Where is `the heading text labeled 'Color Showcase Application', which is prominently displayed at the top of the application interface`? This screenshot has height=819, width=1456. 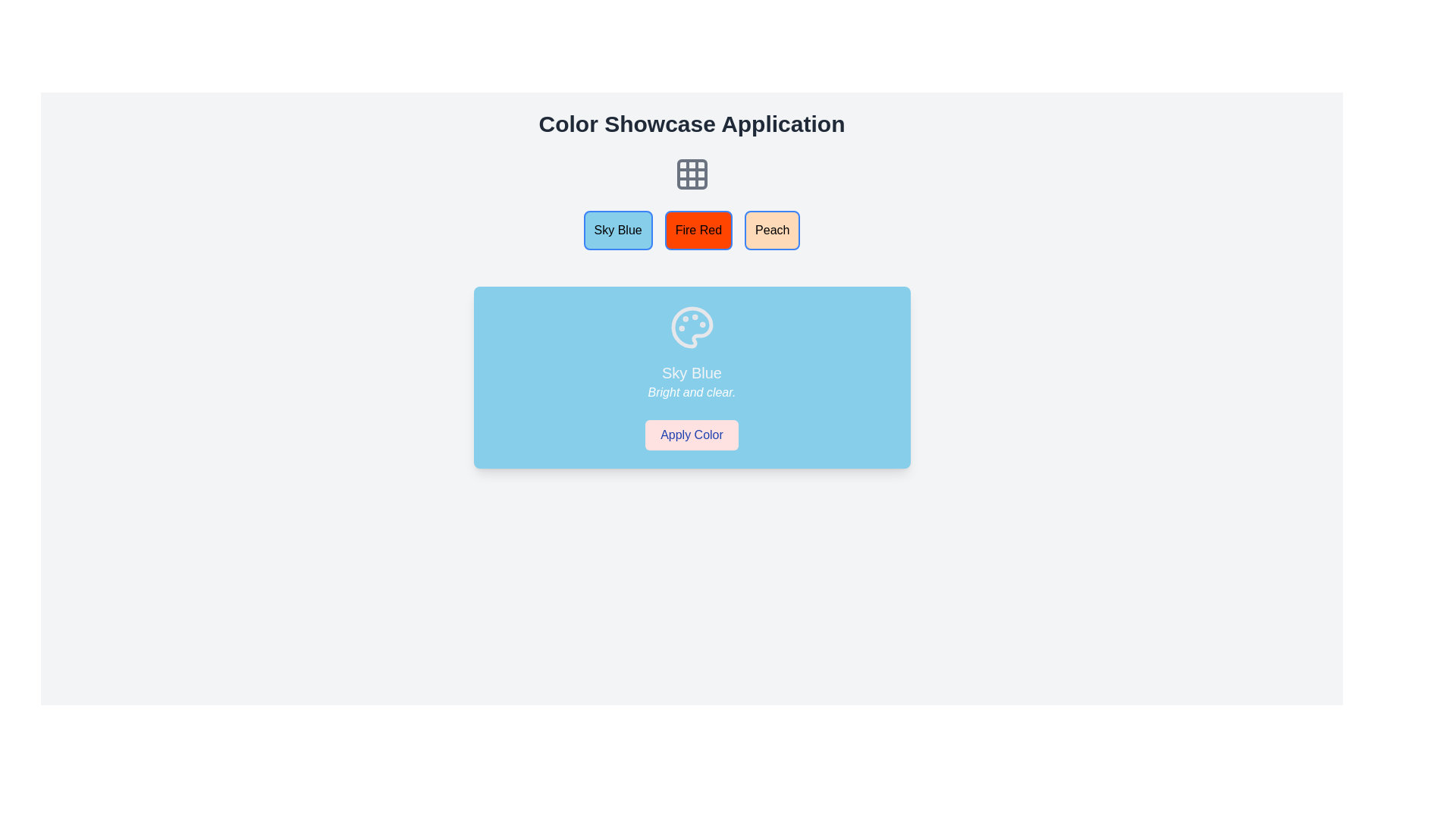
the heading text labeled 'Color Showcase Application', which is prominently displayed at the top of the application interface is located at coordinates (691, 124).